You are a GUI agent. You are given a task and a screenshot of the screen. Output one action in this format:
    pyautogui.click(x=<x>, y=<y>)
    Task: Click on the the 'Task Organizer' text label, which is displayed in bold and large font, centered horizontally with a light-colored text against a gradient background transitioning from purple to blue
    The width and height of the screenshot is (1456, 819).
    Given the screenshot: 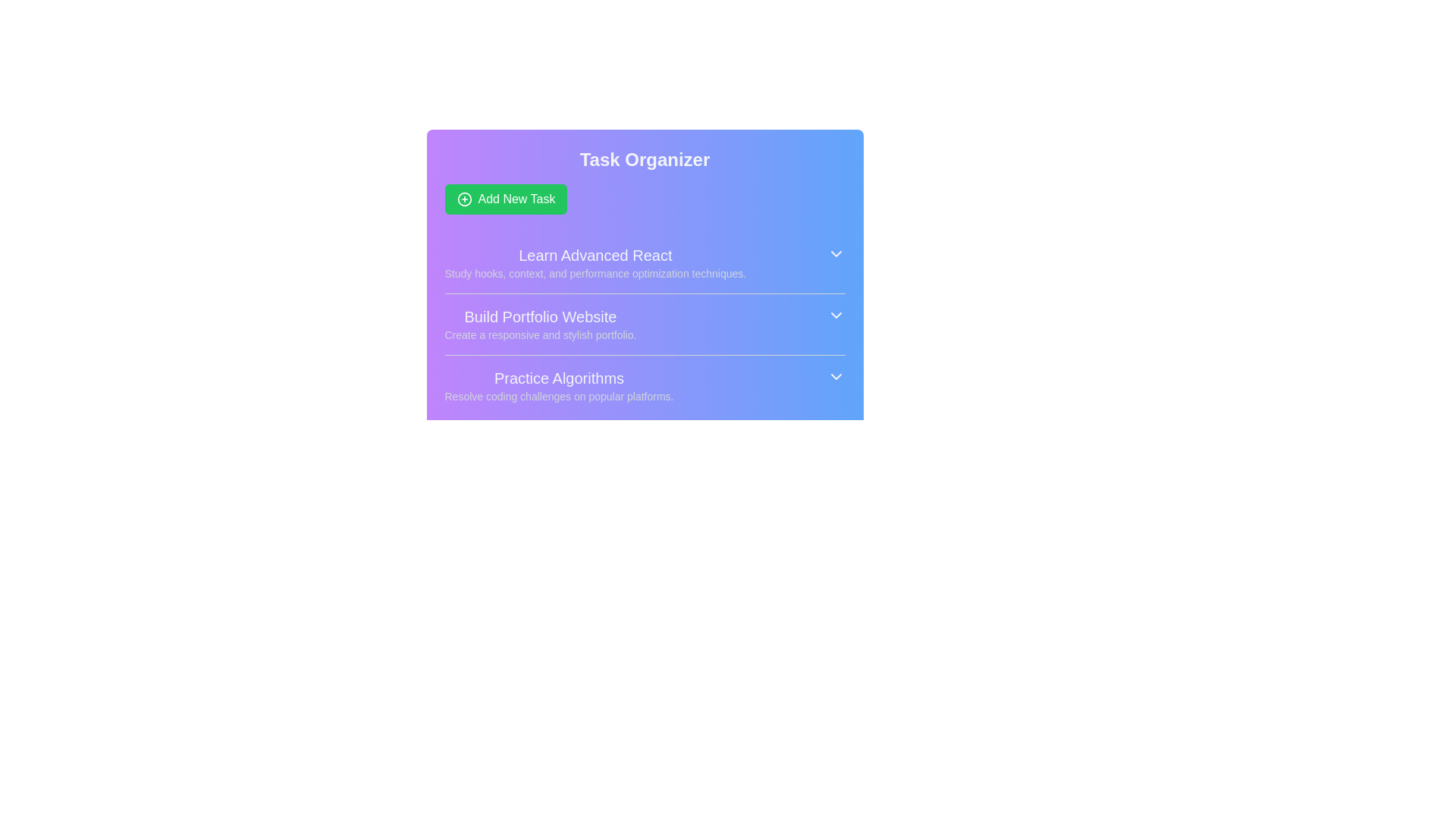 What is the action you would take?
    pyautogui.click(x=645, y=160)
    